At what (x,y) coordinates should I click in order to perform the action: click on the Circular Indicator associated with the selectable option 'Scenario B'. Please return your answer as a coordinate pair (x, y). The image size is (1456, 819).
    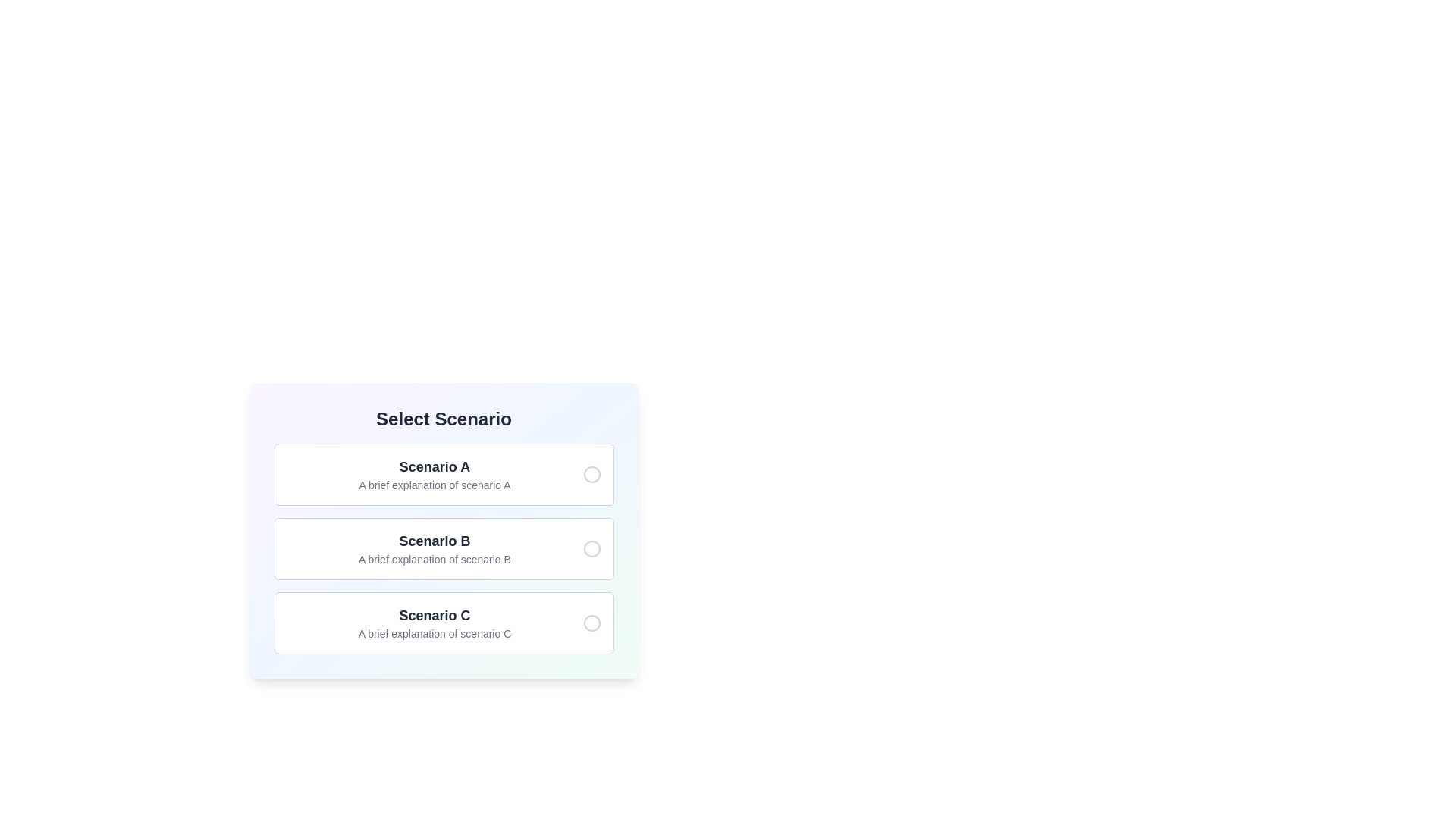
    Looking at the image, I should click on (591, 549).